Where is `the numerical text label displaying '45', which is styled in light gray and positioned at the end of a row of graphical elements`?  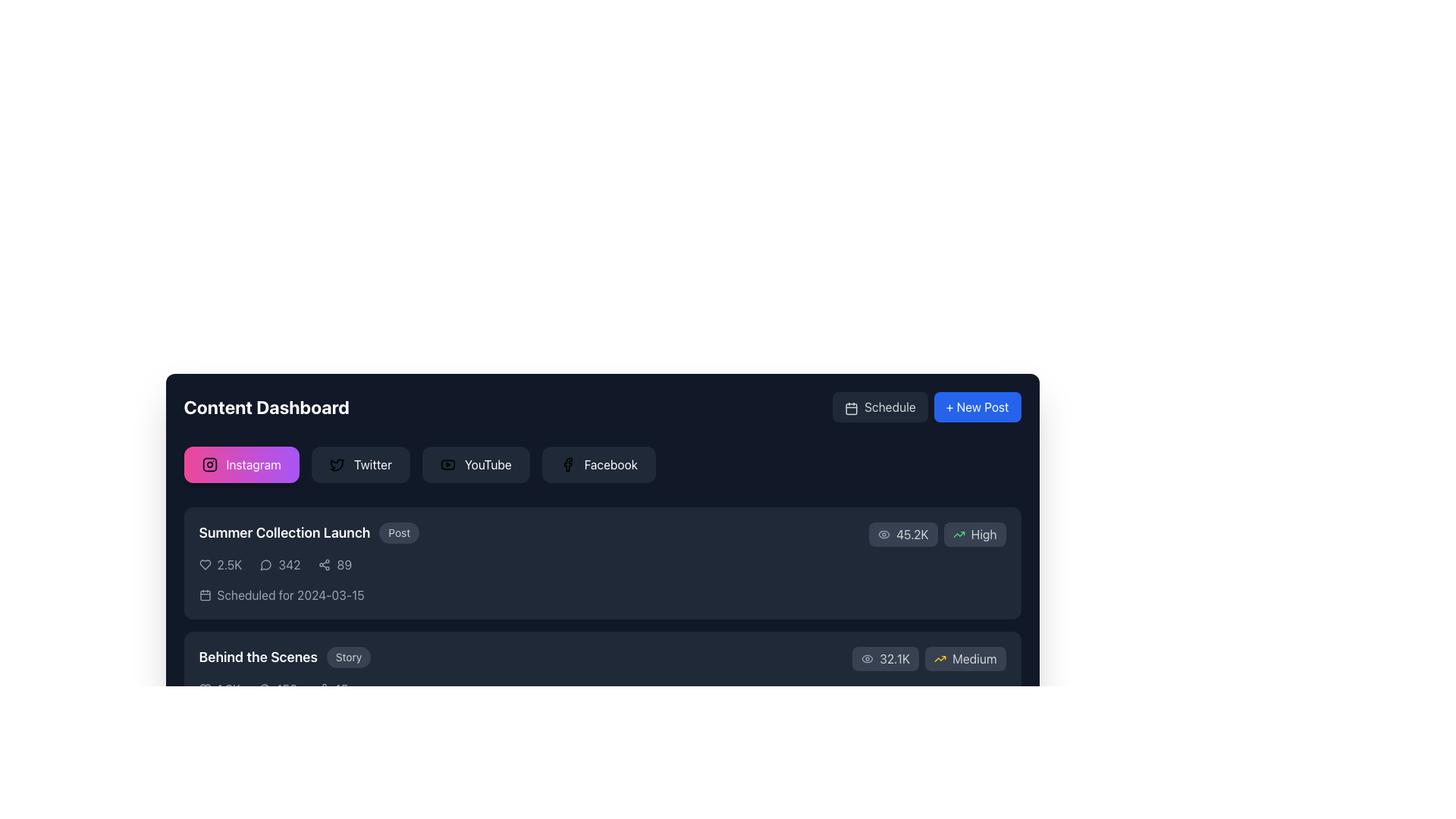 the numerical text label displaying '45', which is styled in light gray and positioned at the end of a row of graphical elements is located at coordinates (340, 689).